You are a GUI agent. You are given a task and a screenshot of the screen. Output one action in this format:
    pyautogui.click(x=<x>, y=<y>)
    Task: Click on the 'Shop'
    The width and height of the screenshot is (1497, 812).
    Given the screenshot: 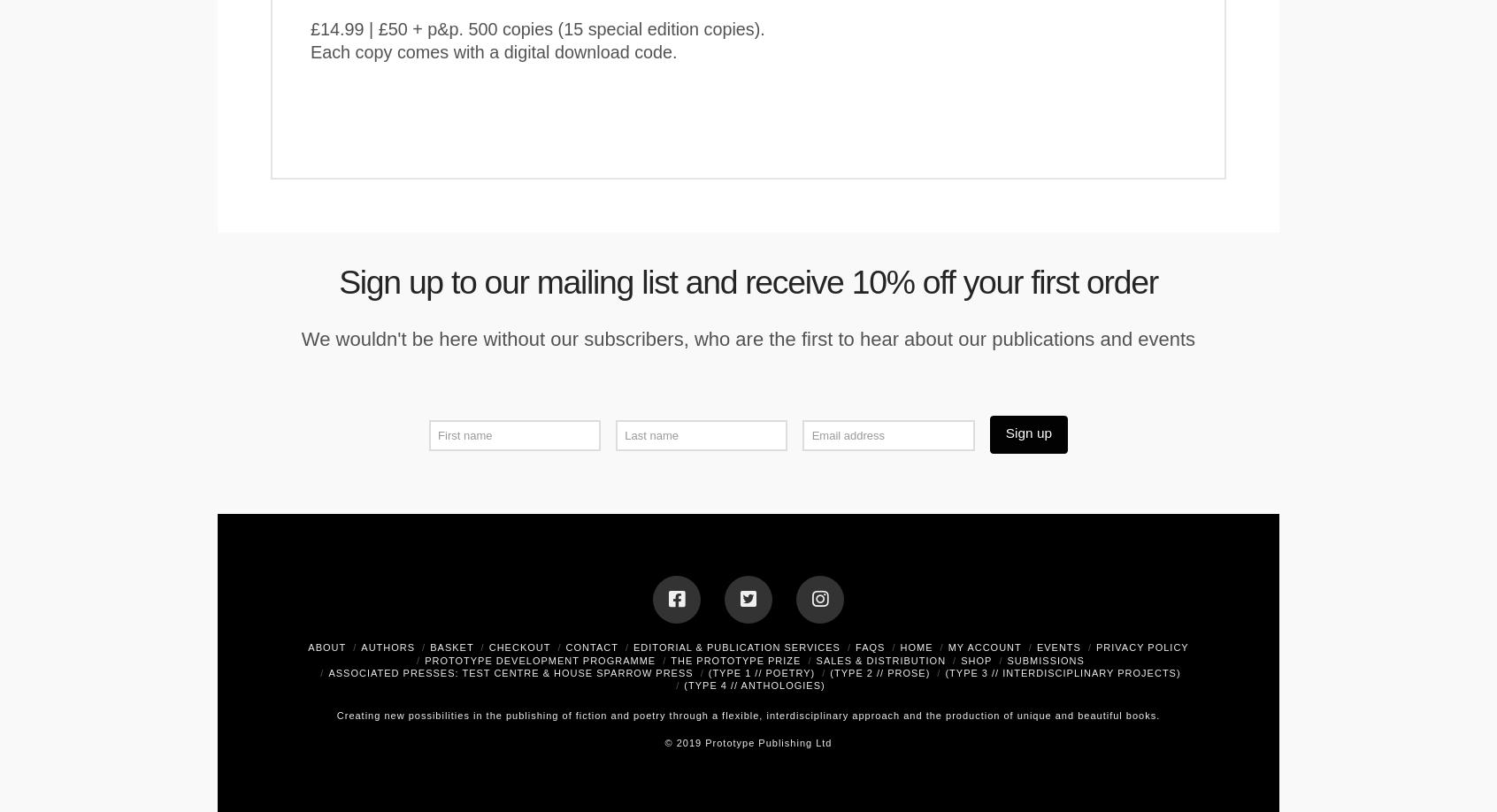 What is the action you would take?
    pyautogui.click(x=960, y=658)
    